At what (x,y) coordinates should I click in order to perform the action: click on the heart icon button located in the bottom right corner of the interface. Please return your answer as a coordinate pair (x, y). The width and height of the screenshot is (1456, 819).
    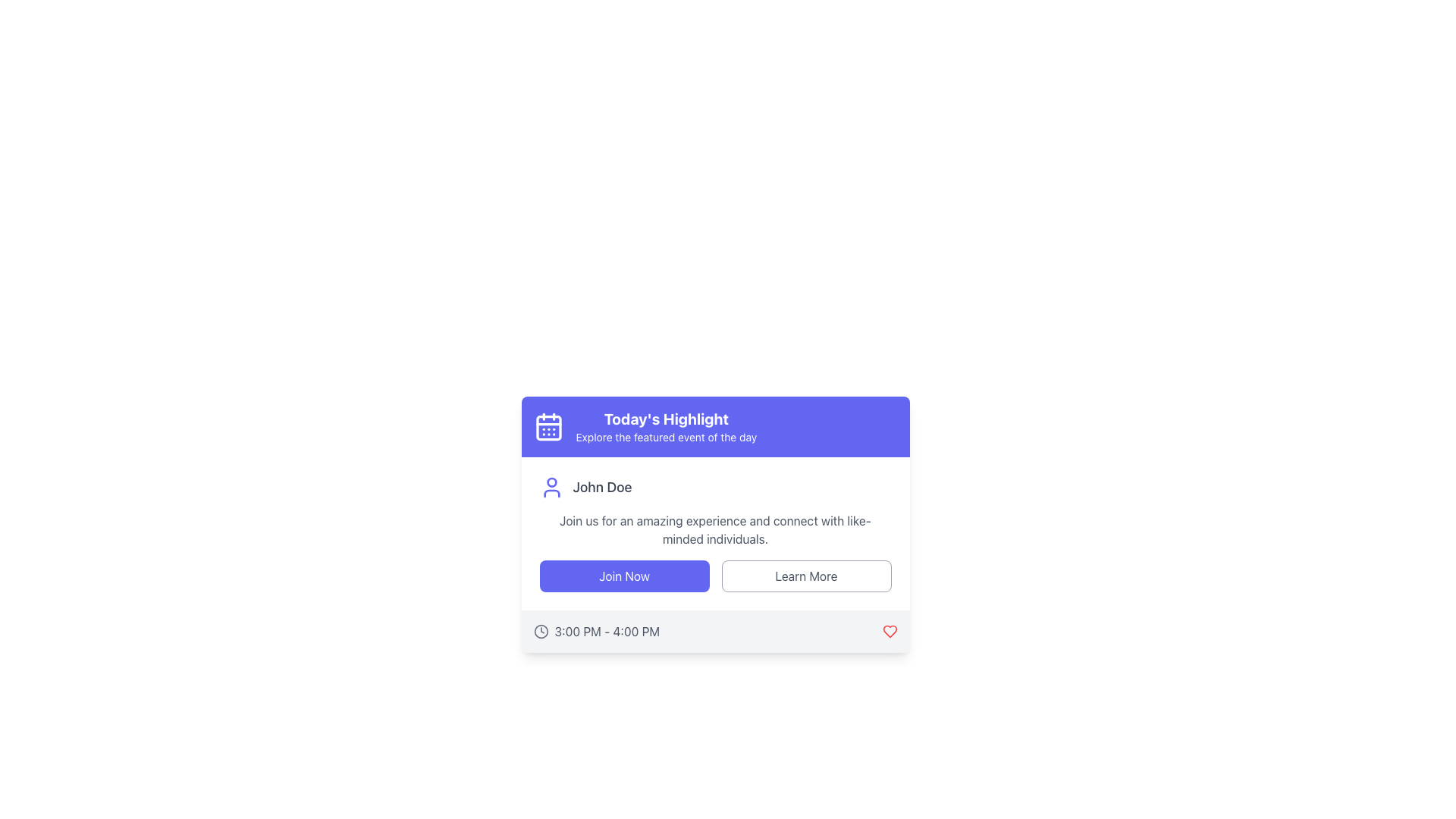
    Looking at the image, I should click on (890, 632).